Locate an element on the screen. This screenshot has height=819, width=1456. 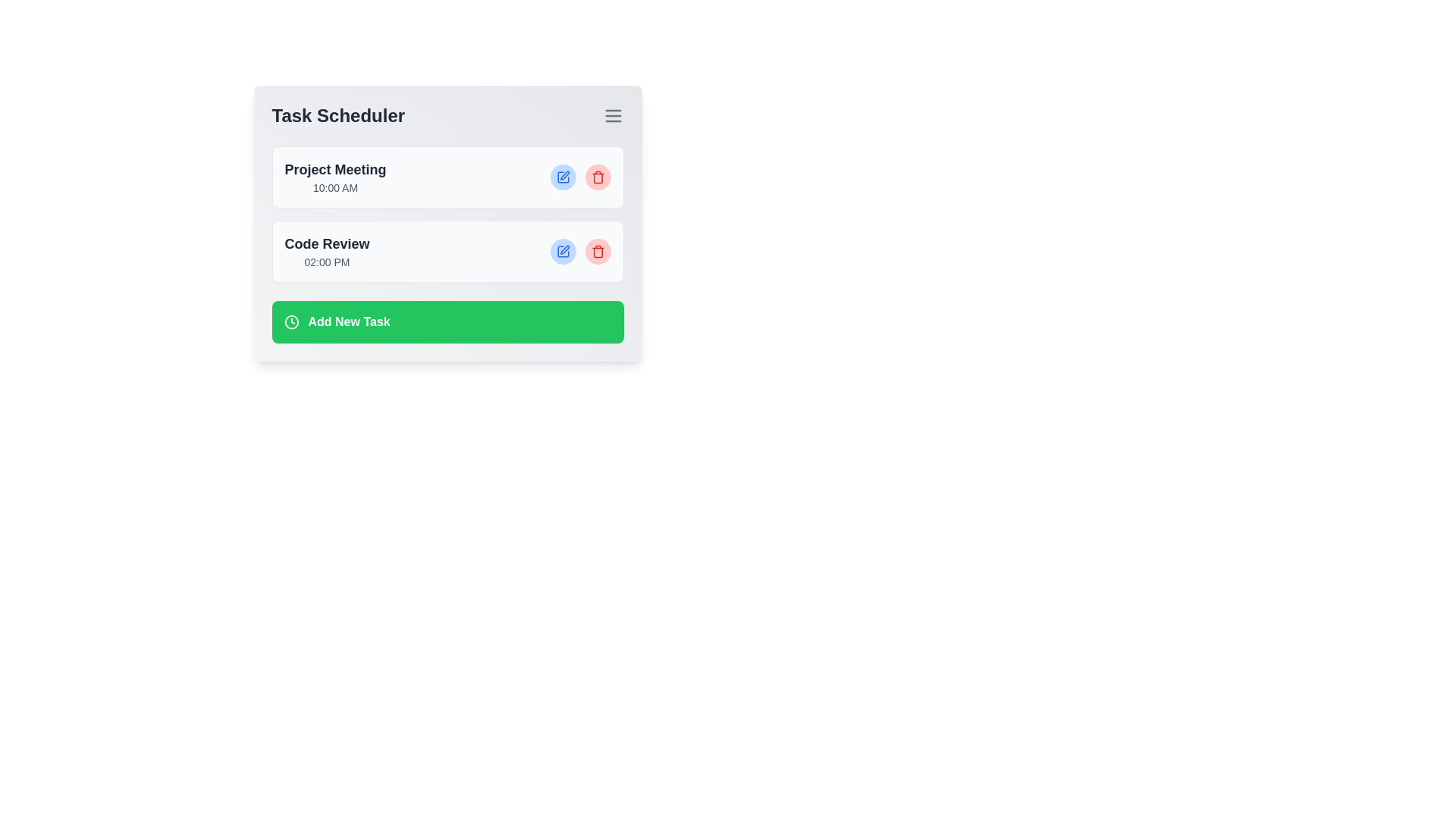
the trash can icon is located at coordinates (597, 252).